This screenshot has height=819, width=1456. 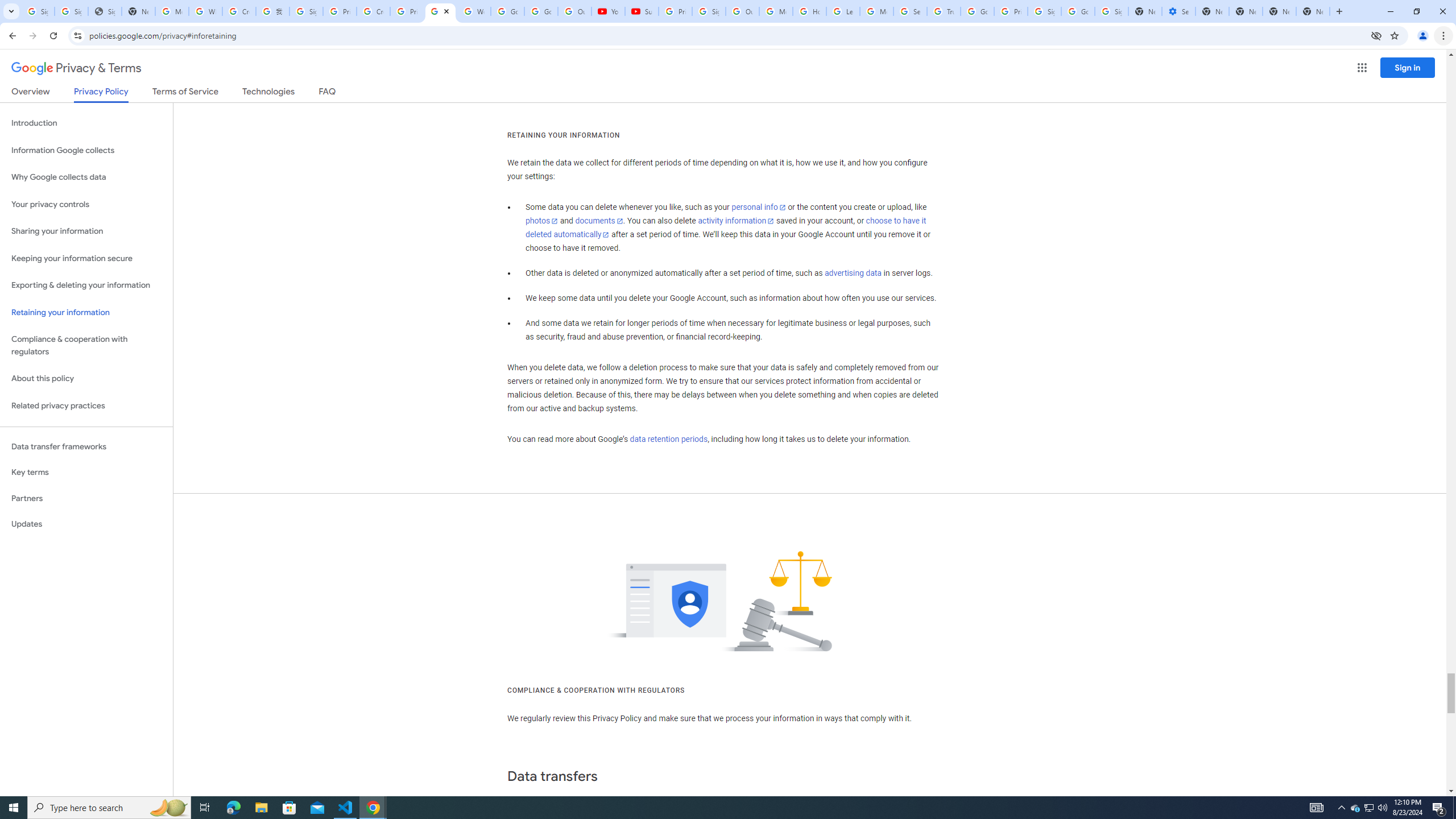 What do you see at coordinates (86, 312) in the screenshot?
I see `'Retaining your information'` at bounding box center [86, 312].